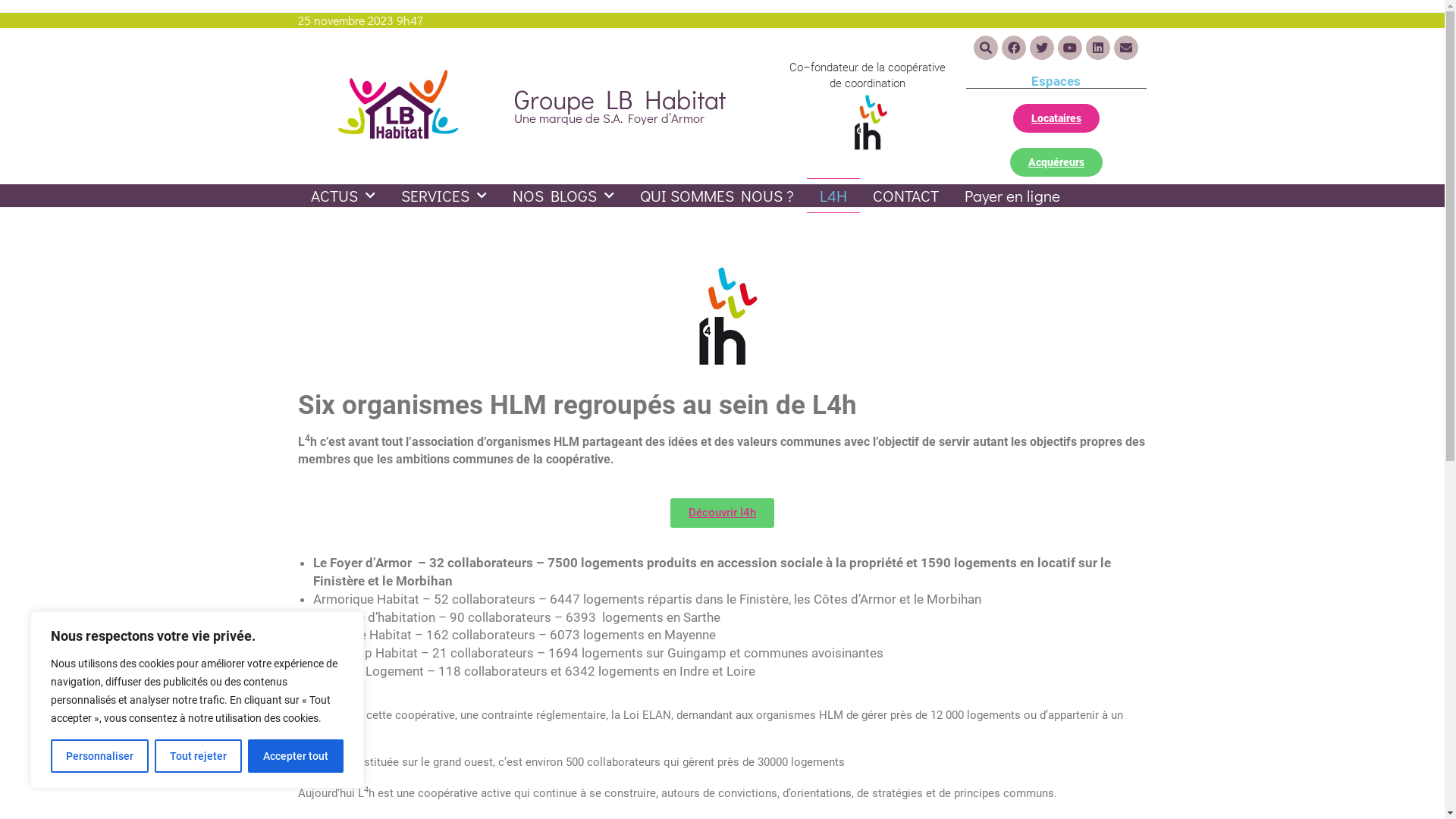  What do you see at coordinates (859, 195) in the screenshot?
I see `'CONTACT'` at bounding box center [859, 195].